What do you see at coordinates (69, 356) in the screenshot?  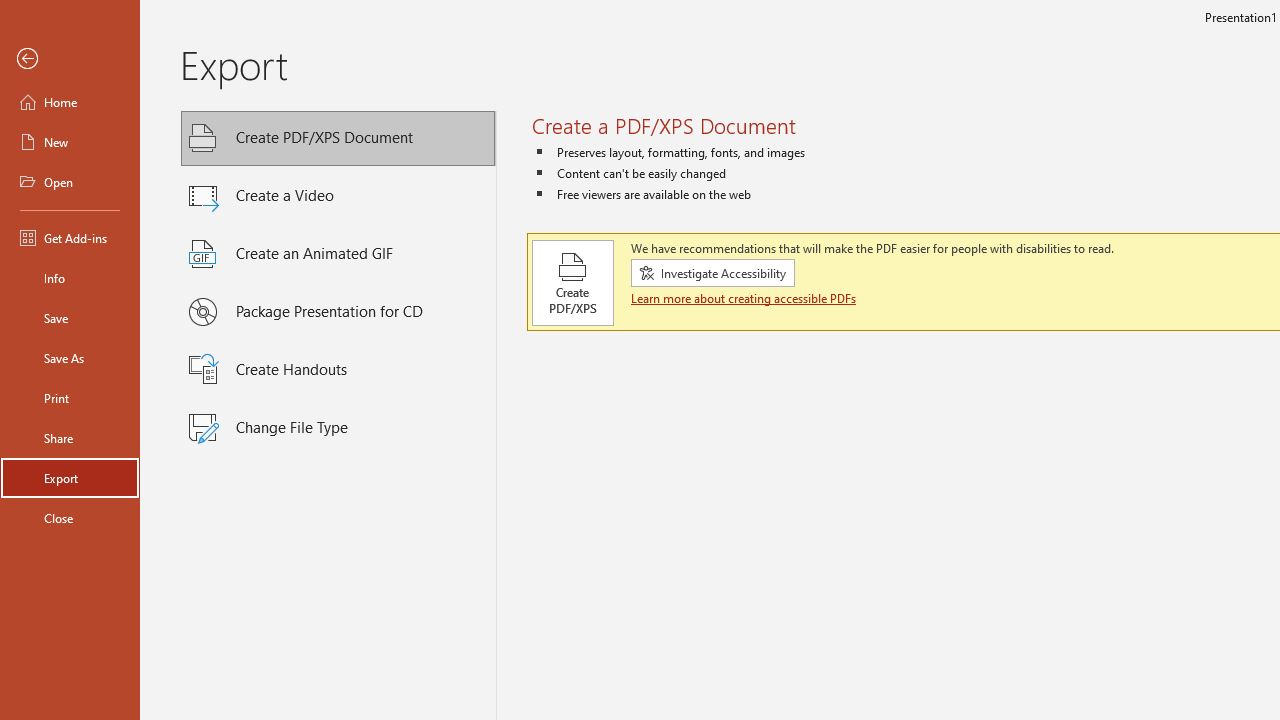 I see `'Save As'` at bounding box center [69, 356].